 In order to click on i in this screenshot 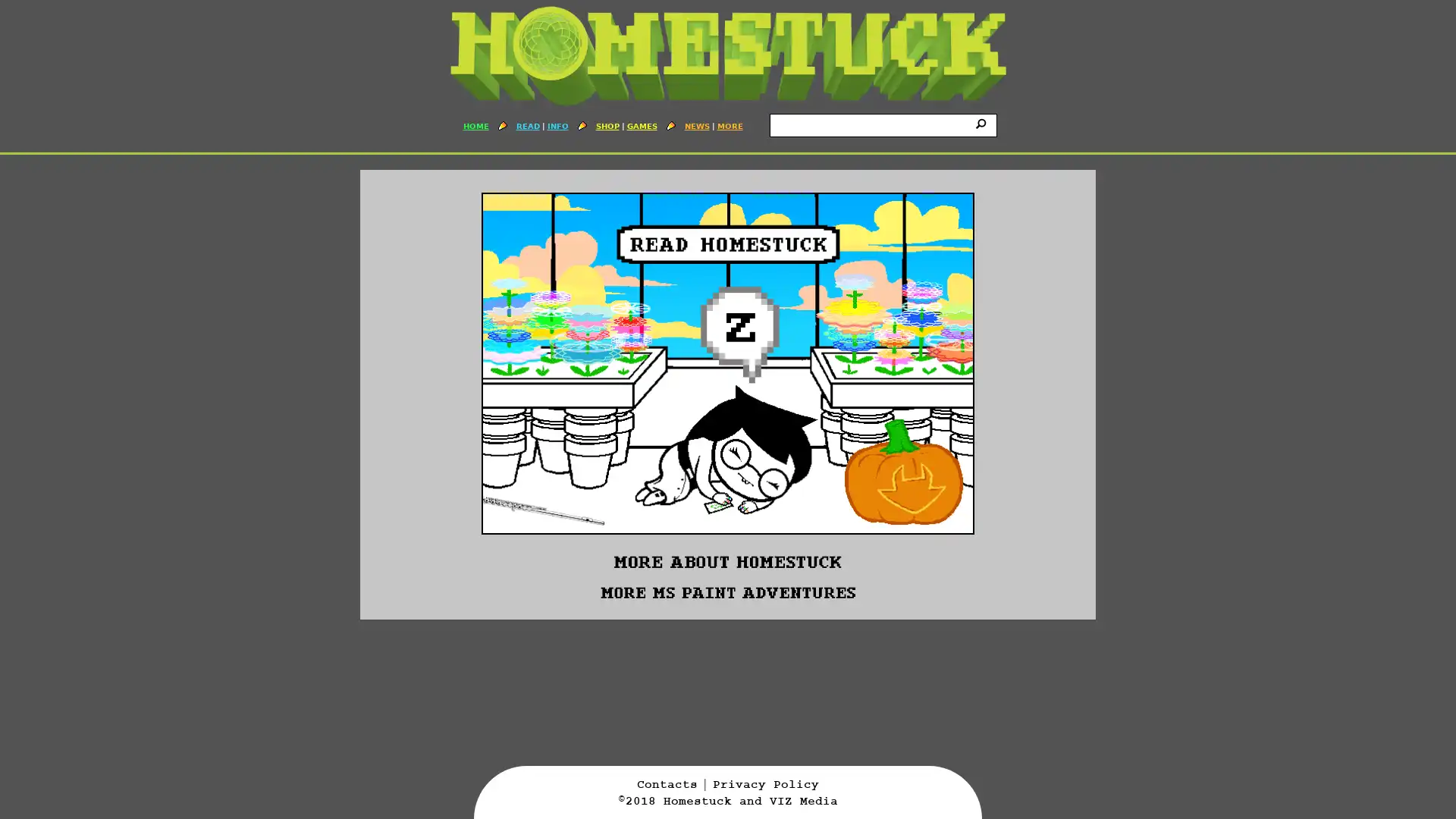, I will do `click(983, 122)`.